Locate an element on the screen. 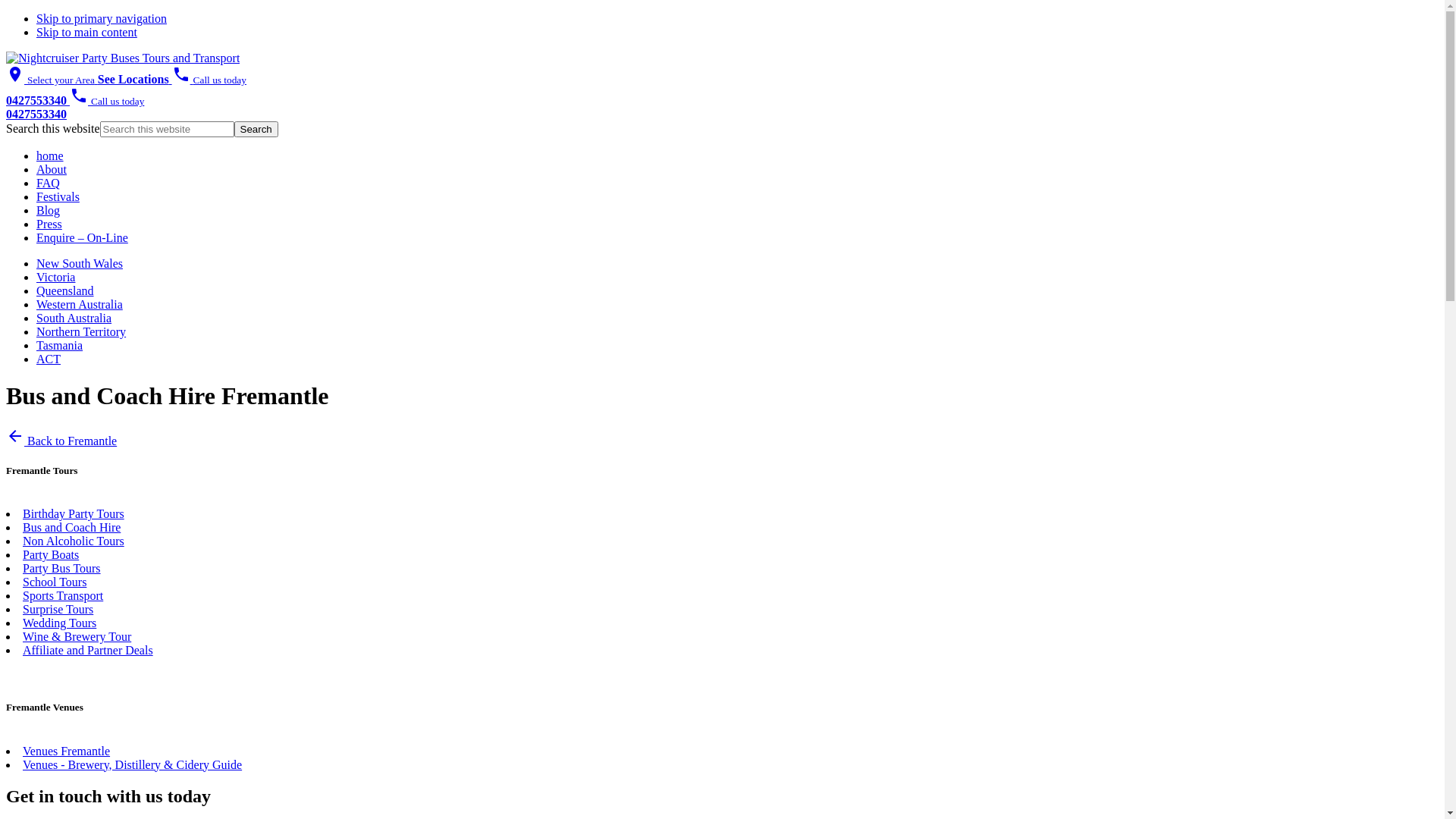 The image size is (1456, 819). 'phone Call us today is located at coordinates (126, 89).